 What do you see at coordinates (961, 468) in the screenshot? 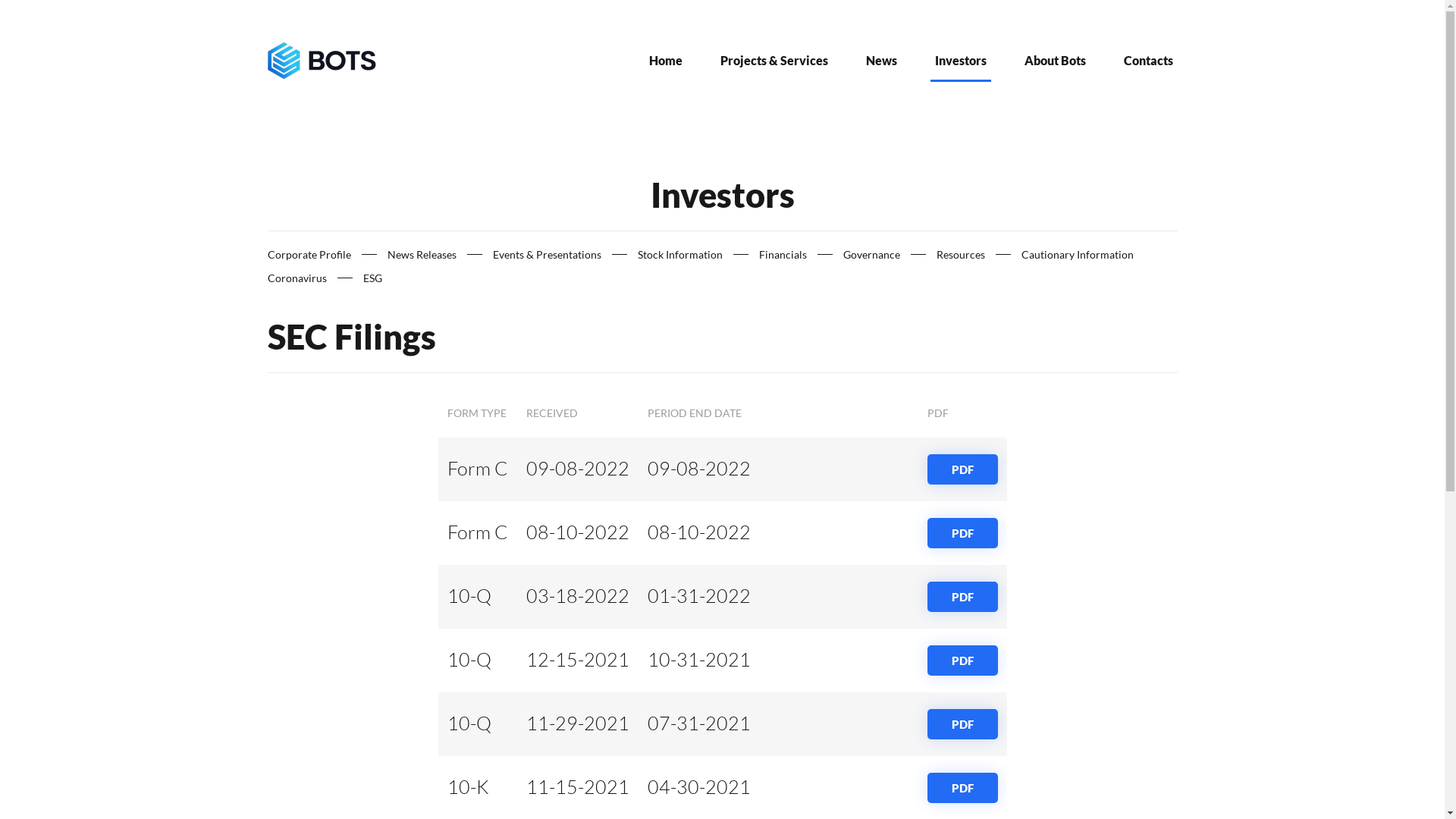
I see `'PDF'` at bounding box center [961, 468].